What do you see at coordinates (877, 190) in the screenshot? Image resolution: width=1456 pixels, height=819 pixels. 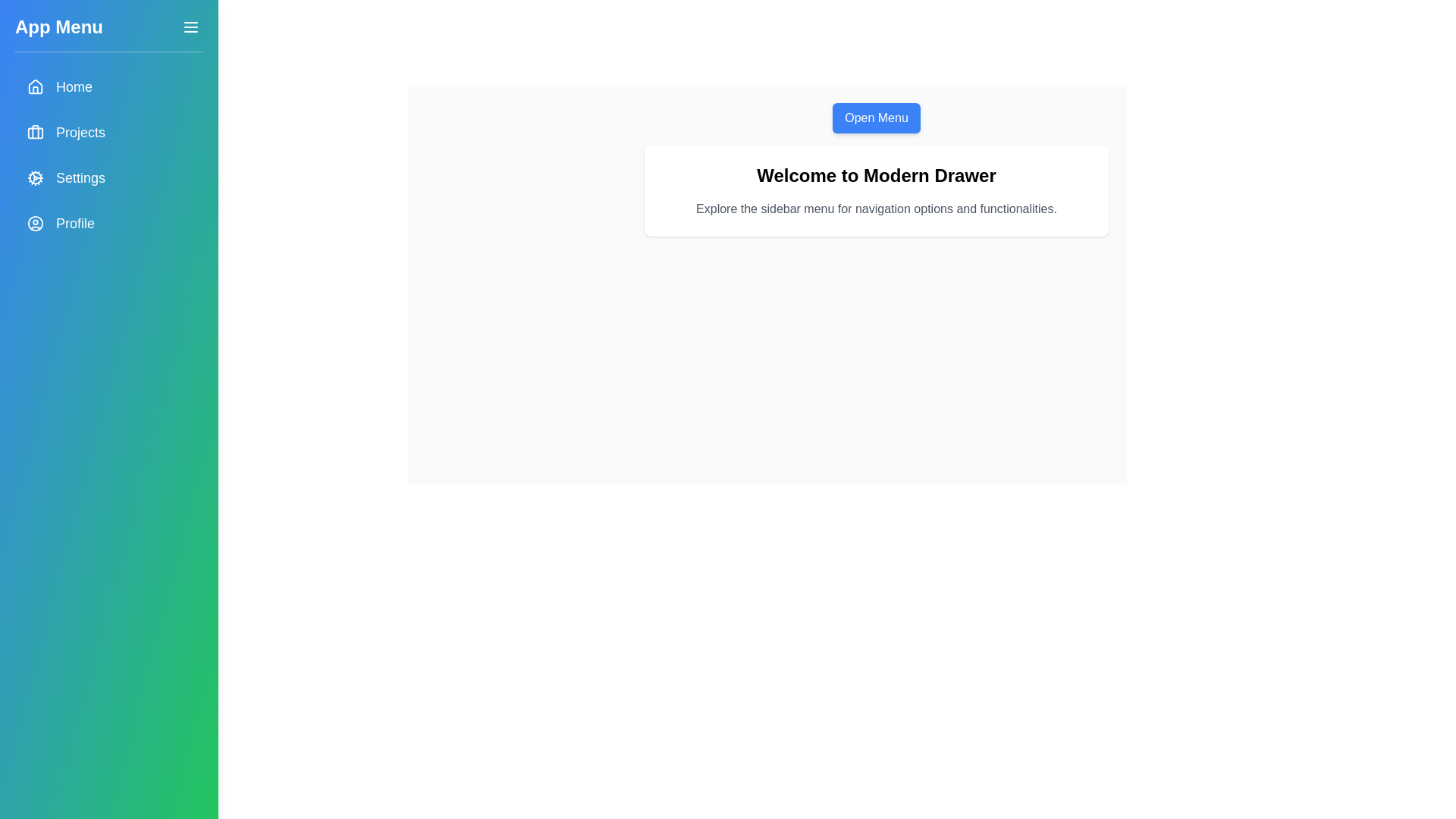 I see `the main content area to focus on it` at bounding box center [877, 190].